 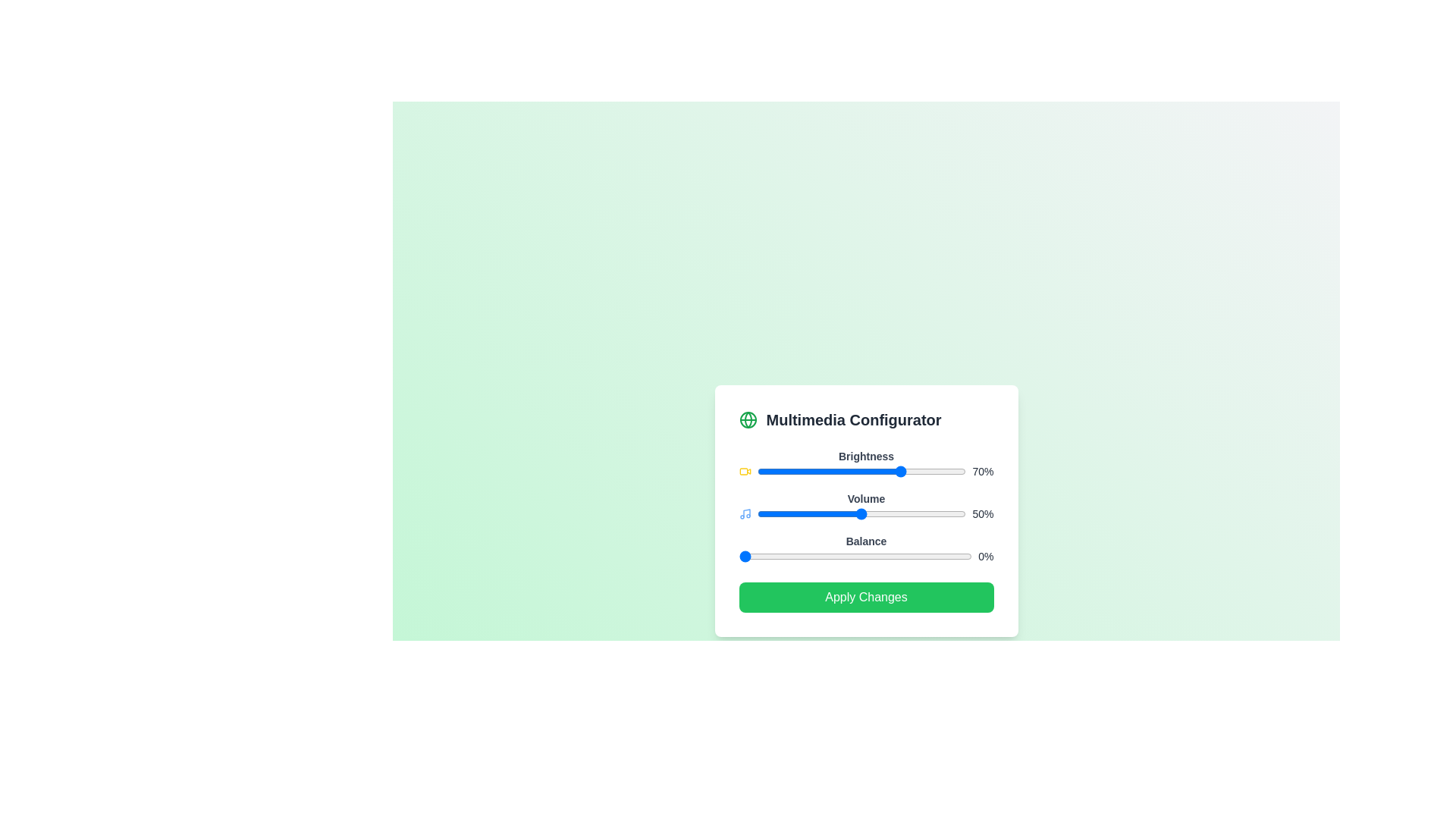 What do you see at coordinates (866, 596) in the screenshot?
I see `the 'Apply Changes' button to save the settings` at bounding box center [866, 596].